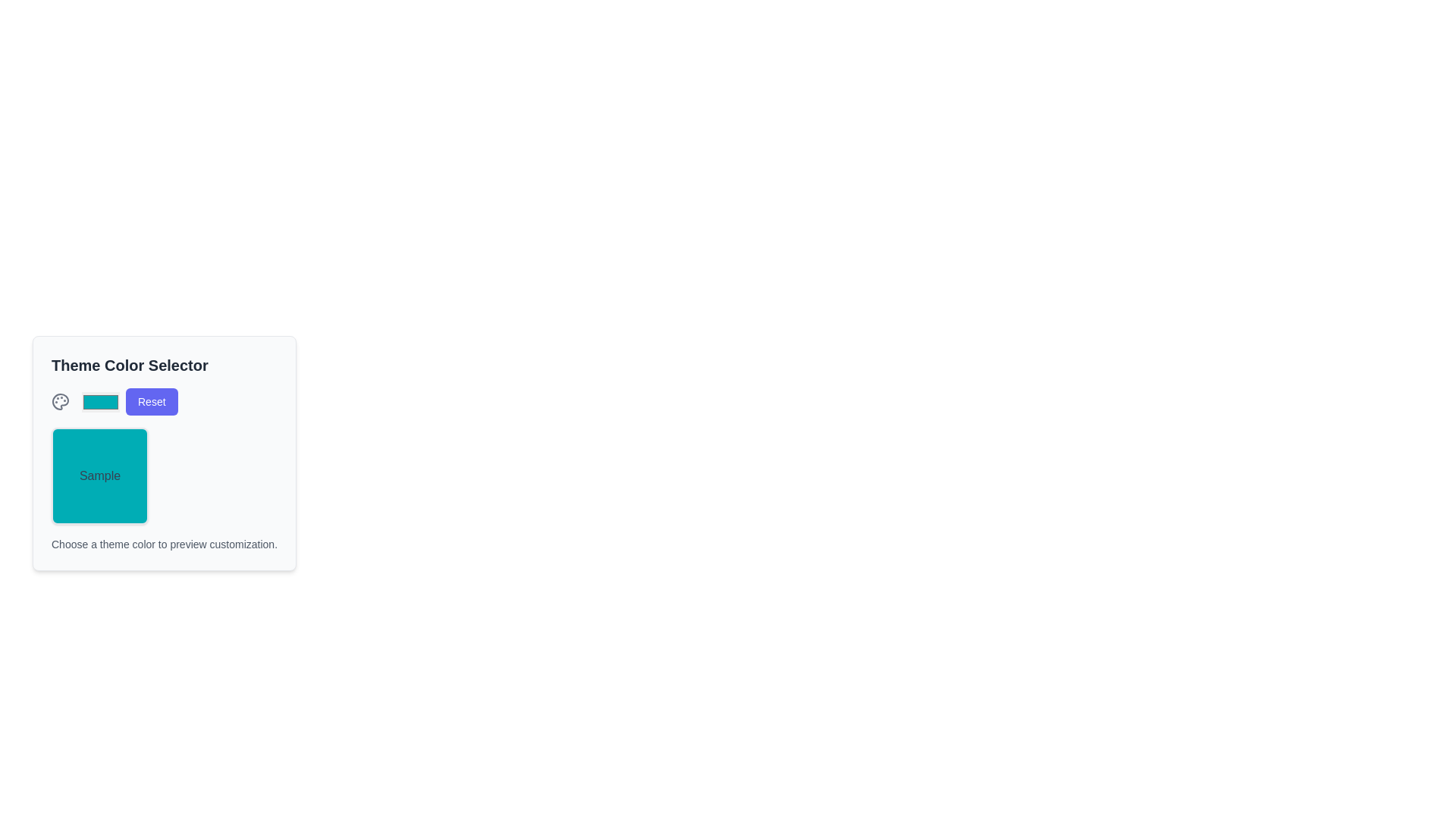 The height and width of the screenshot is (819, 1456). I want to click on the reset button, which is the third element in its row, so click(164, 400).